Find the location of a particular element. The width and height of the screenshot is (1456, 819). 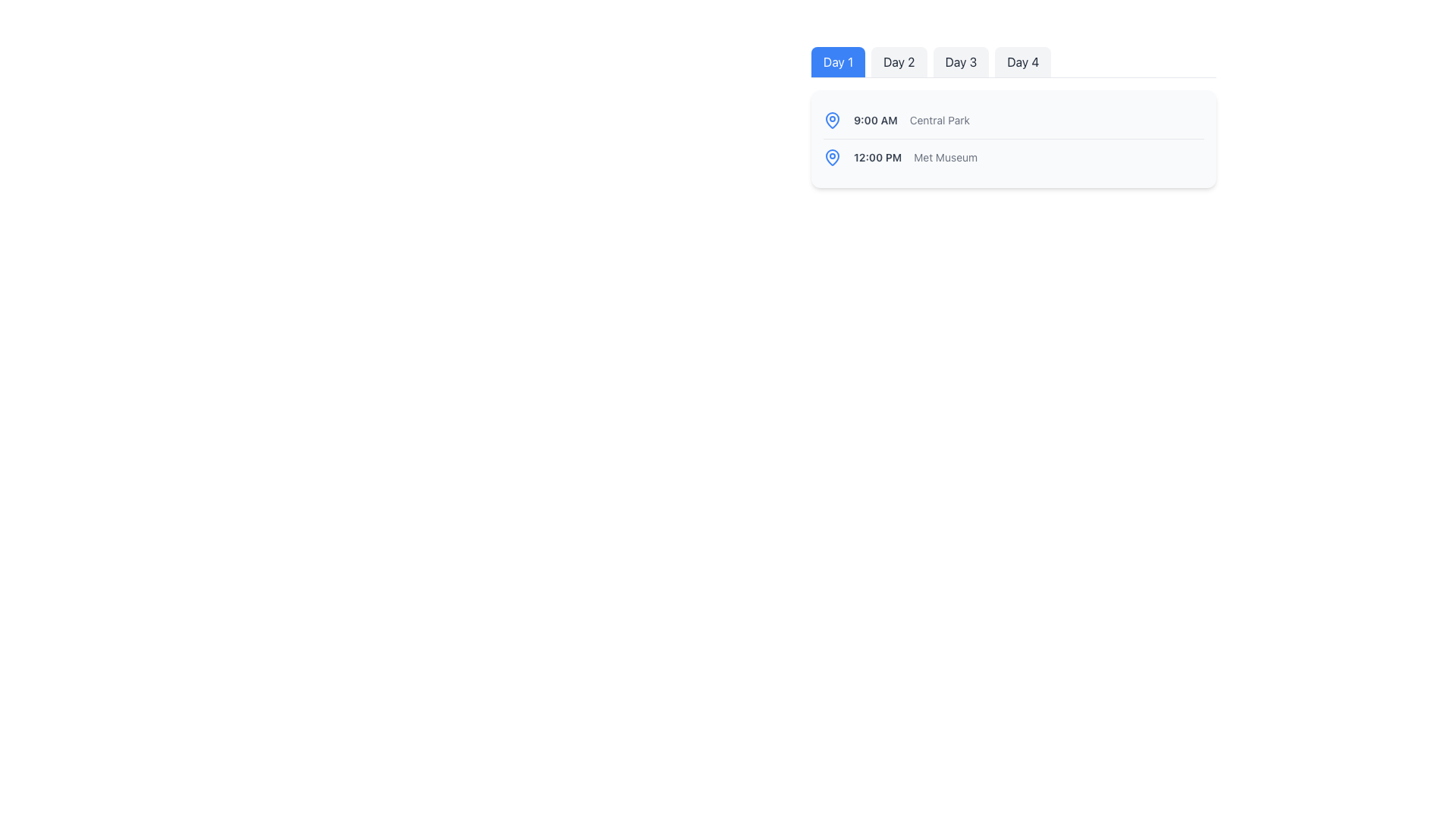

text label displaying 'Central Park', which is styled in a smaller gray font and is part of the daily planner interface is located at coordinates (939, 119).